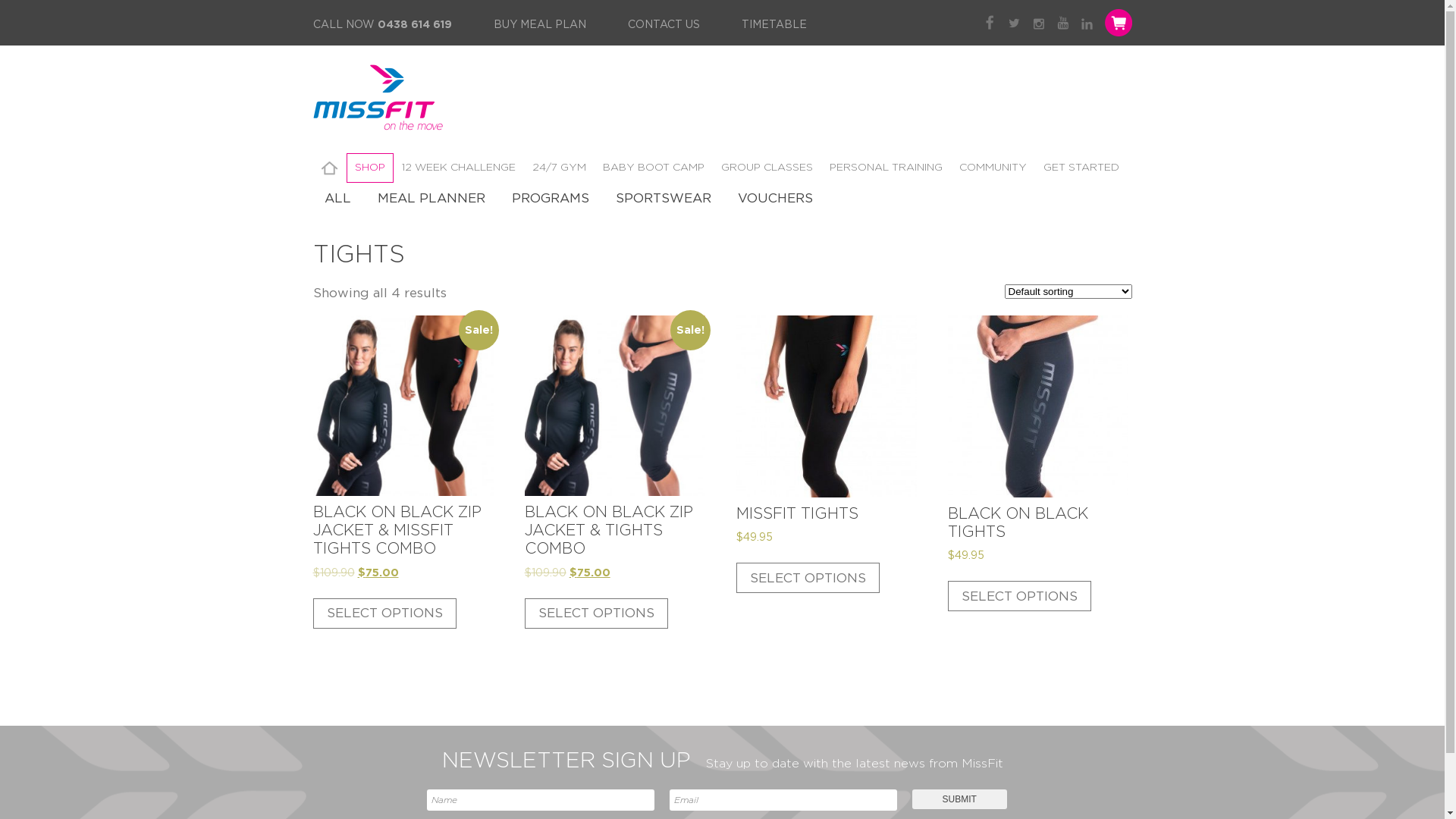  What do you see at coordinates (1037, 23) in the screenshot?
I see `'Instagram'` at bounding box center [1037, 23].